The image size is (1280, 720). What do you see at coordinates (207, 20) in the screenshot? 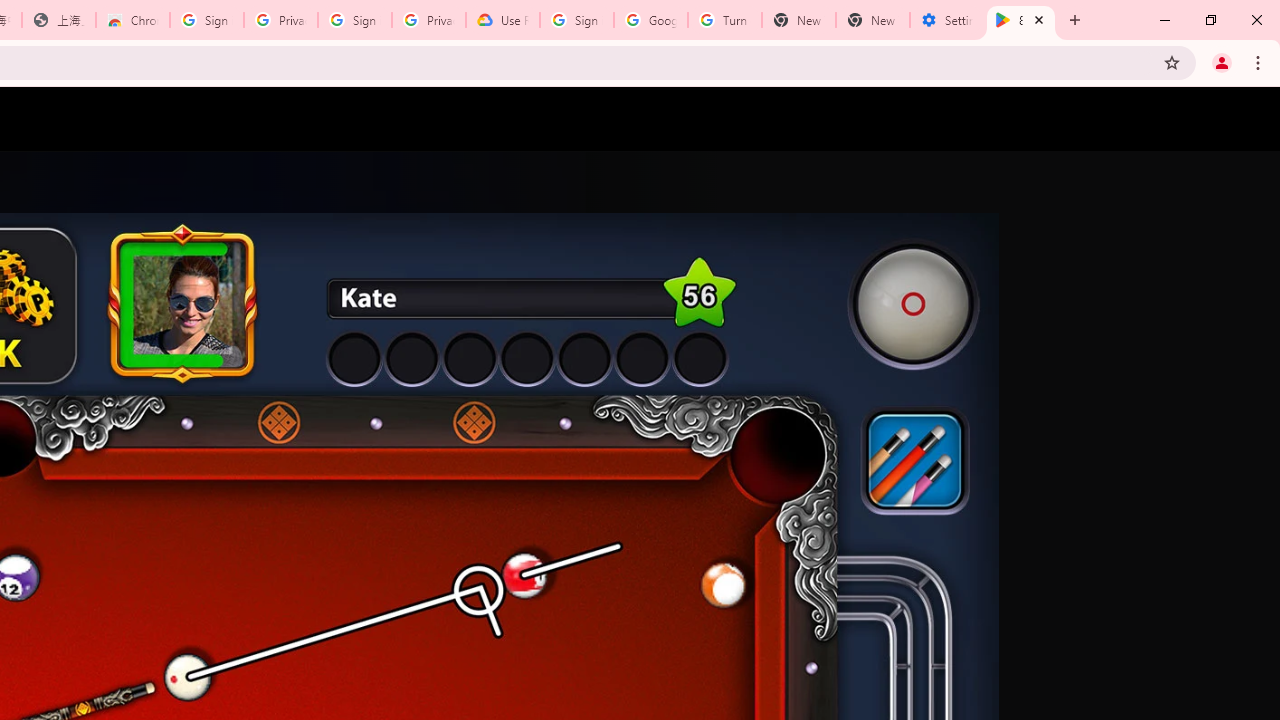
I see `'Sign in - Google Accounts'` at bounding box center [207, 20].